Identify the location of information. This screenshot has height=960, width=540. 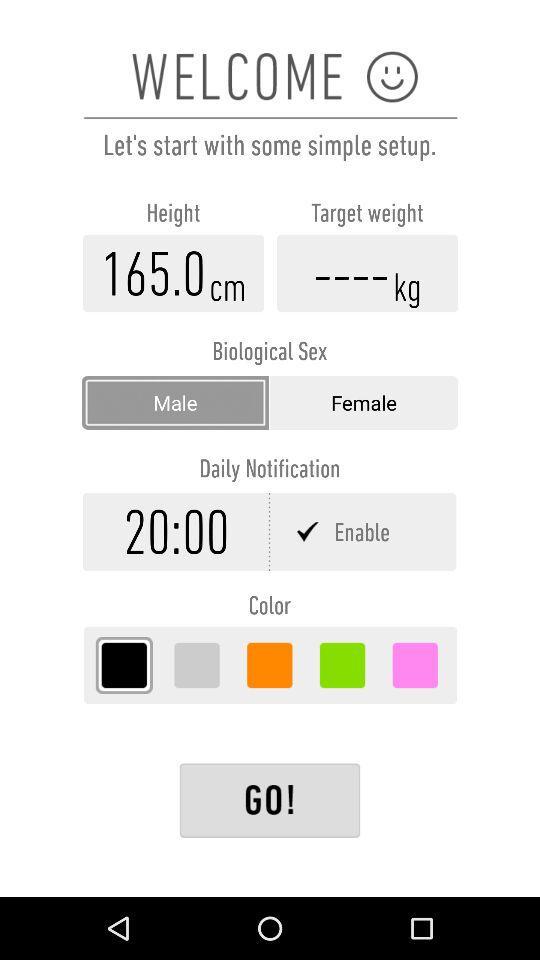
(173, 272).